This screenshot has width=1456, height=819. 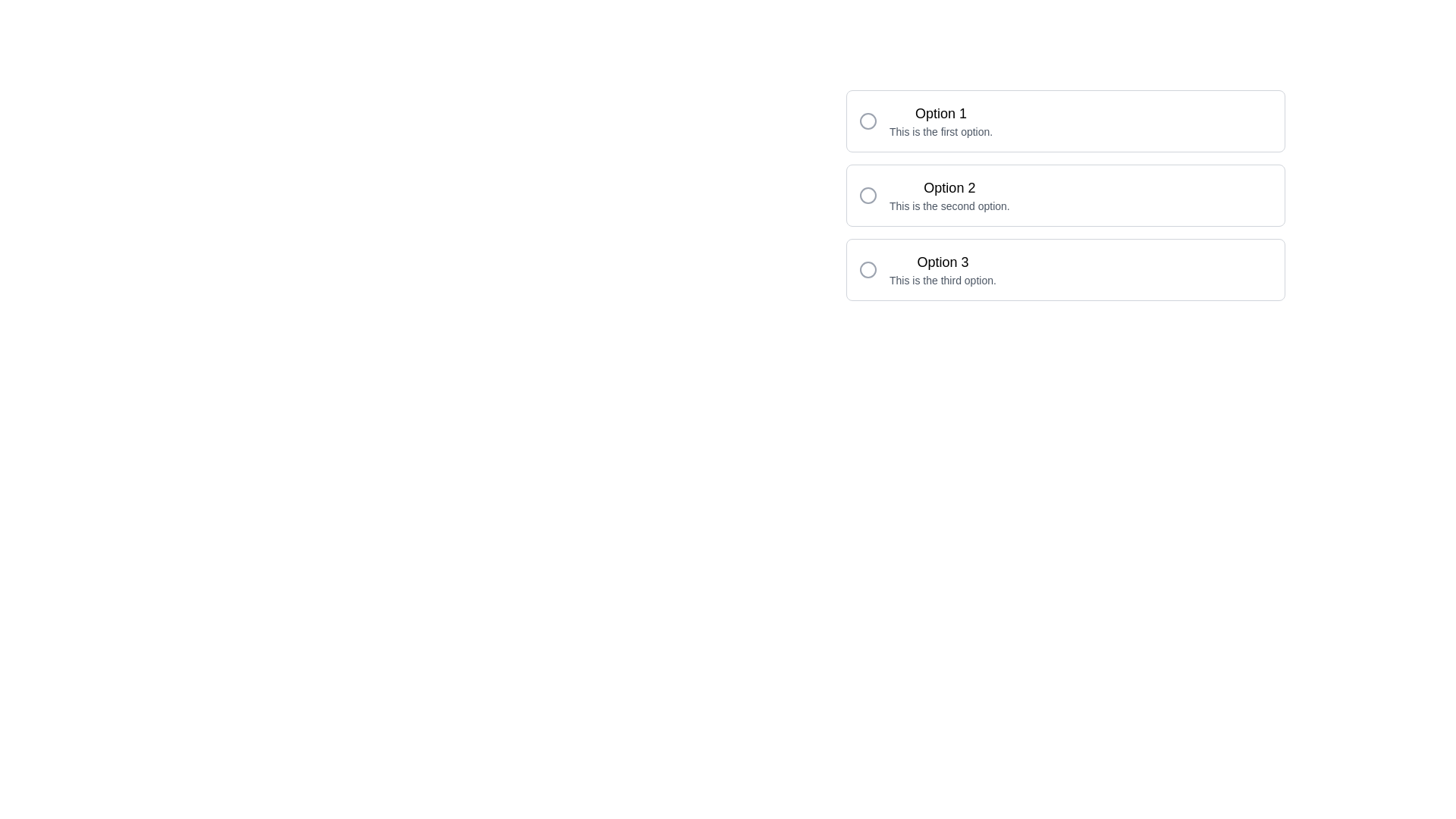 I want to click on the circular indicator icon located to the left of 'Option 3', so click(x=868, y=268).